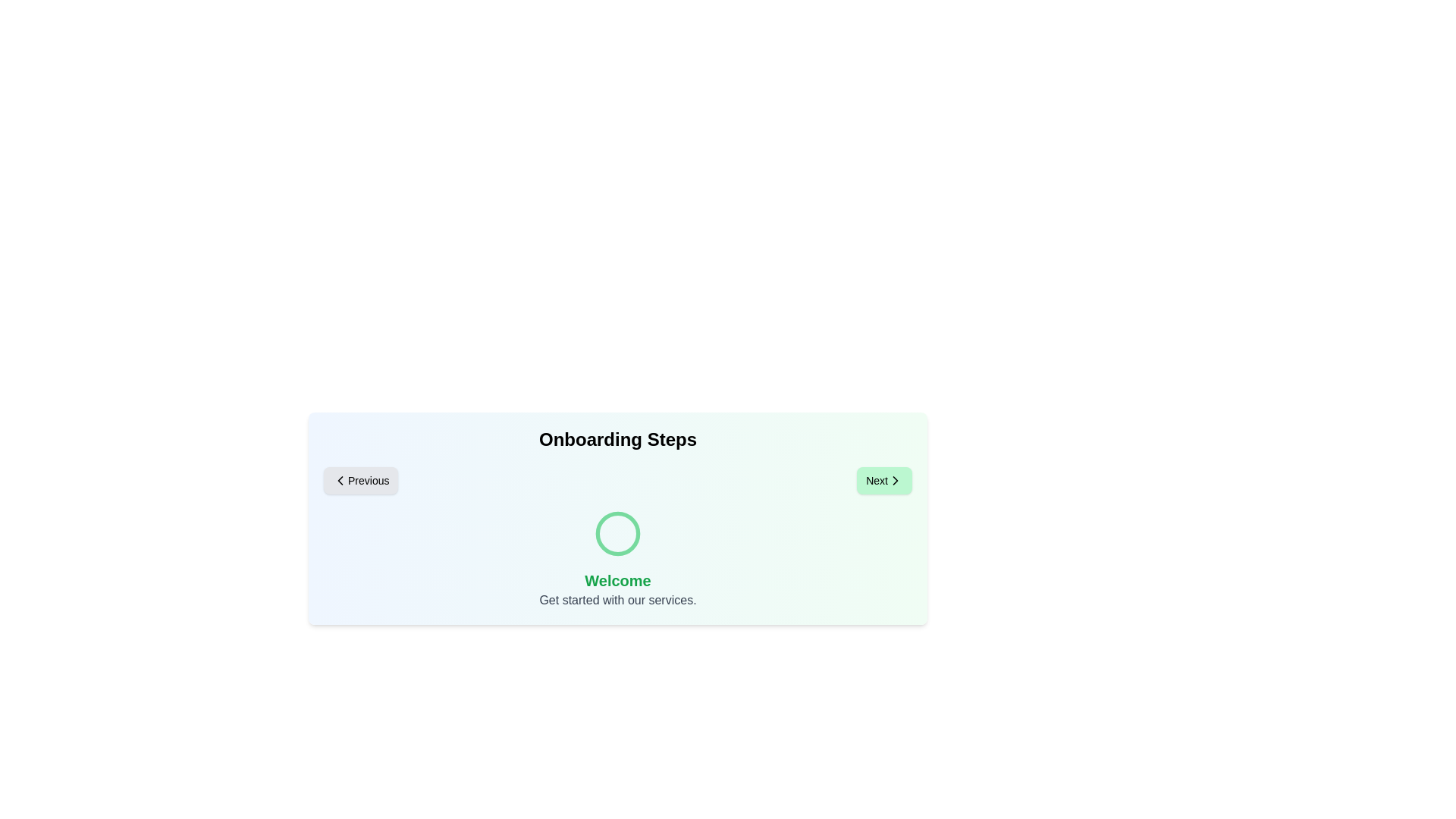 The image size is (1456, 819). Describe the element at coordinates (618, 580) in the screenshot. I see `the 'Welcome' title to select it` at that location.